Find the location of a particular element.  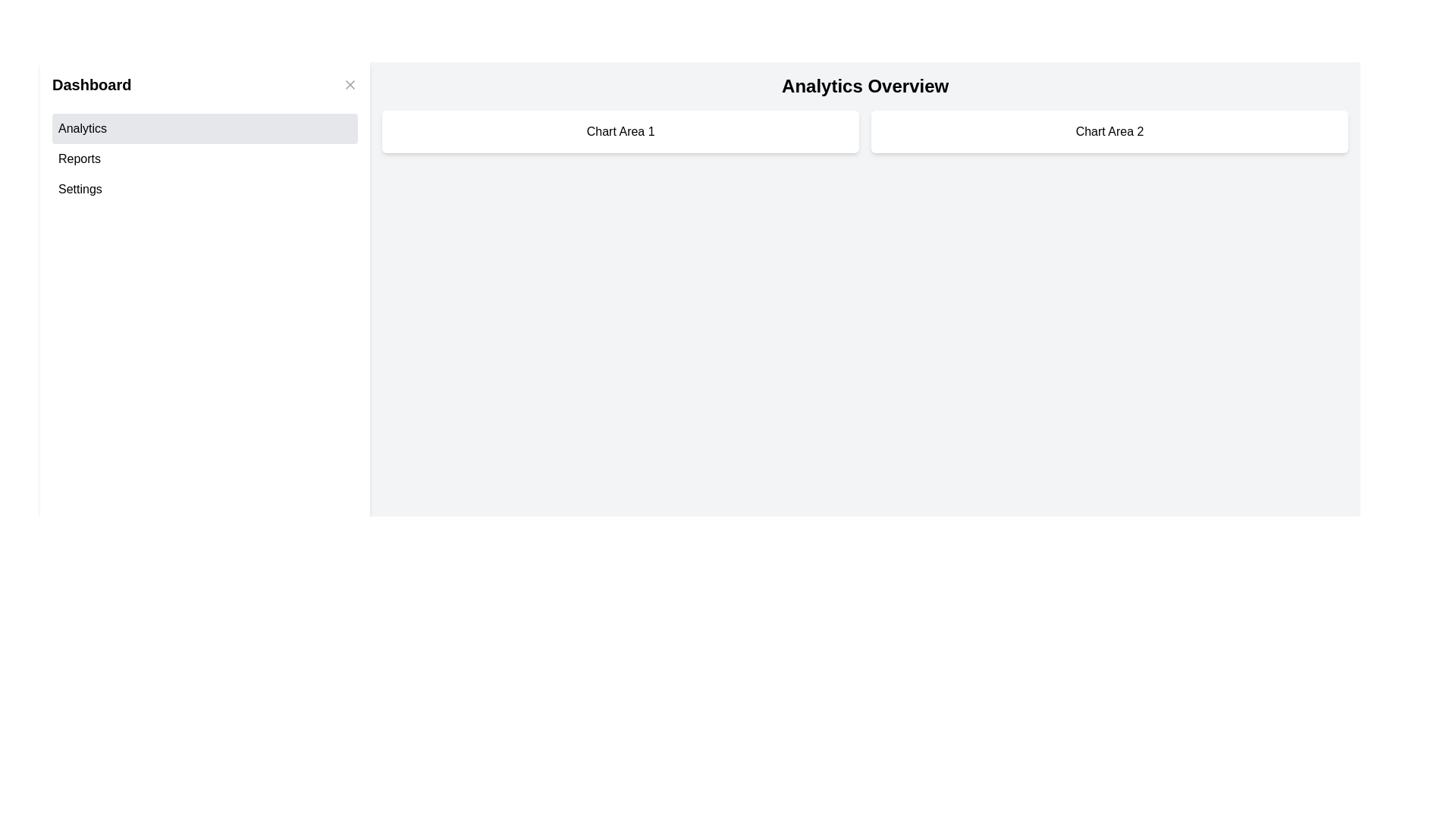

the close button in the top-right corner of the 'Dashboard' panel is located at coordinates (350, 84).